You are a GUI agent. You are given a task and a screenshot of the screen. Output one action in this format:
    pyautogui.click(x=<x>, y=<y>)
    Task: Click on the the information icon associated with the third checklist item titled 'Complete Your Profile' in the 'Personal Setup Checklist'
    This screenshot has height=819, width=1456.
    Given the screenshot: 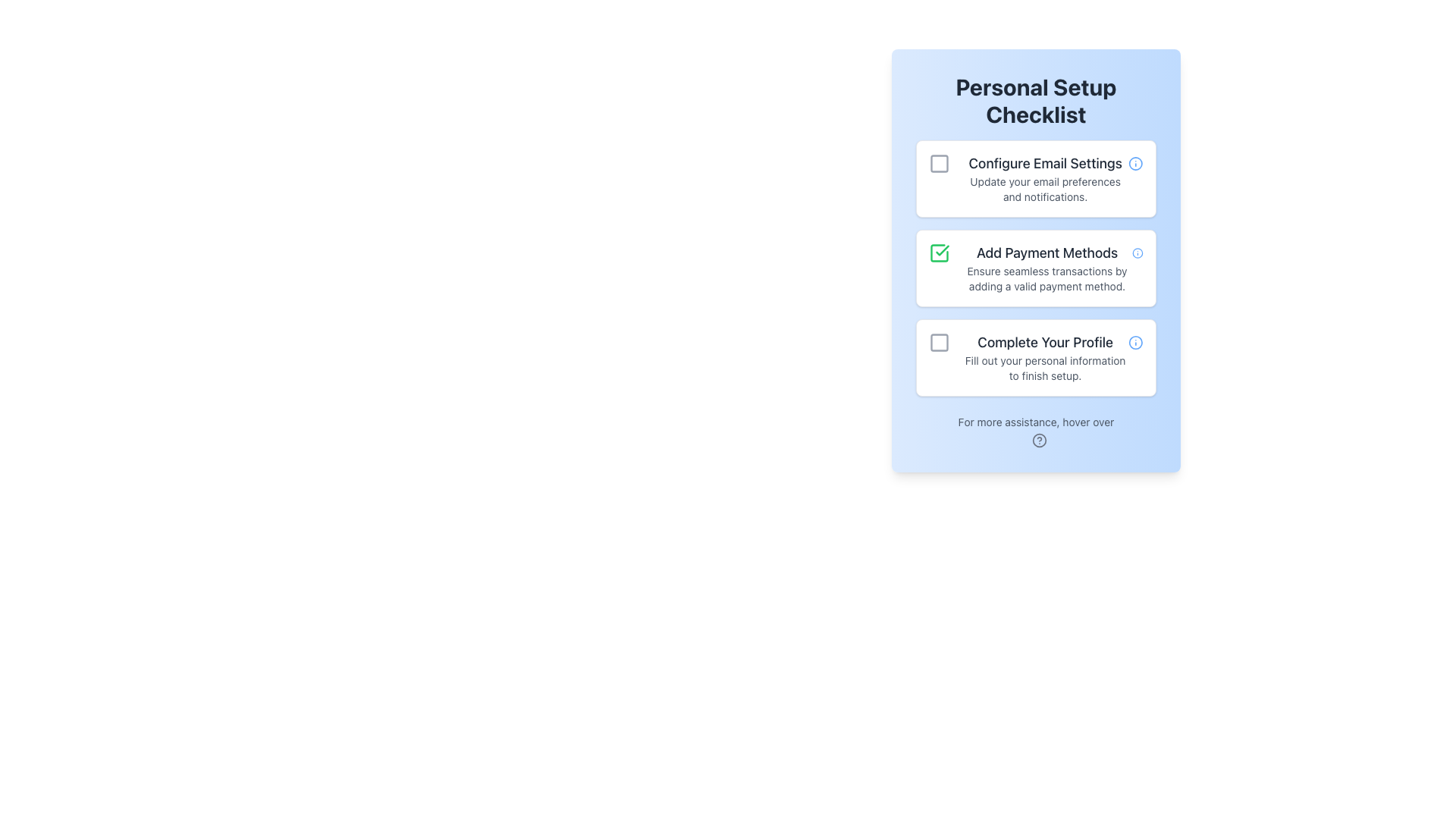 What is the action you would take?
    pyautogui.click(x=1136, y=342)
    